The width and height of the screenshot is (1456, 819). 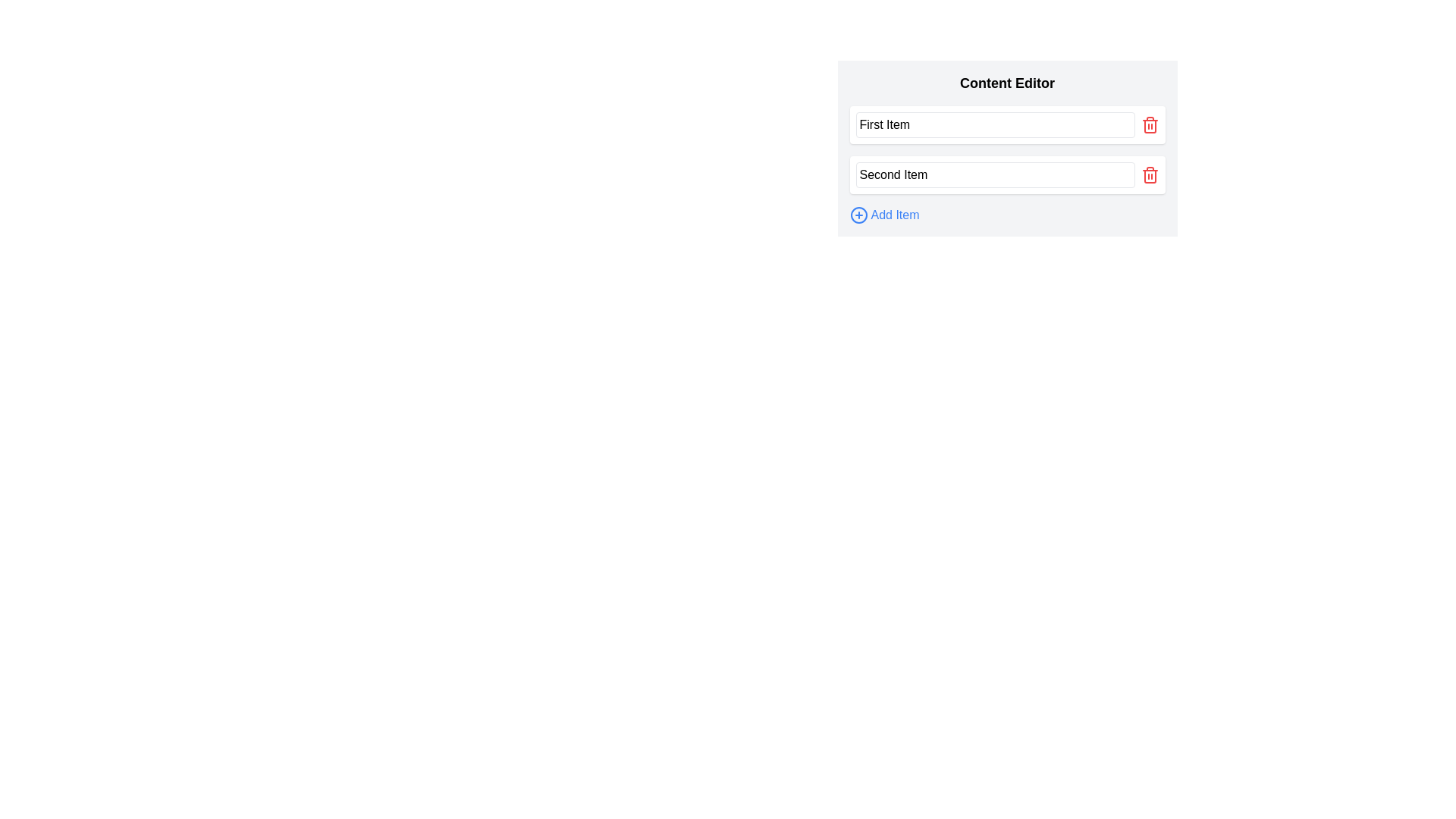 I want to click on the delete button located directly to the right of the text input field labeled 'First Item', so click(x=1150, y=124).